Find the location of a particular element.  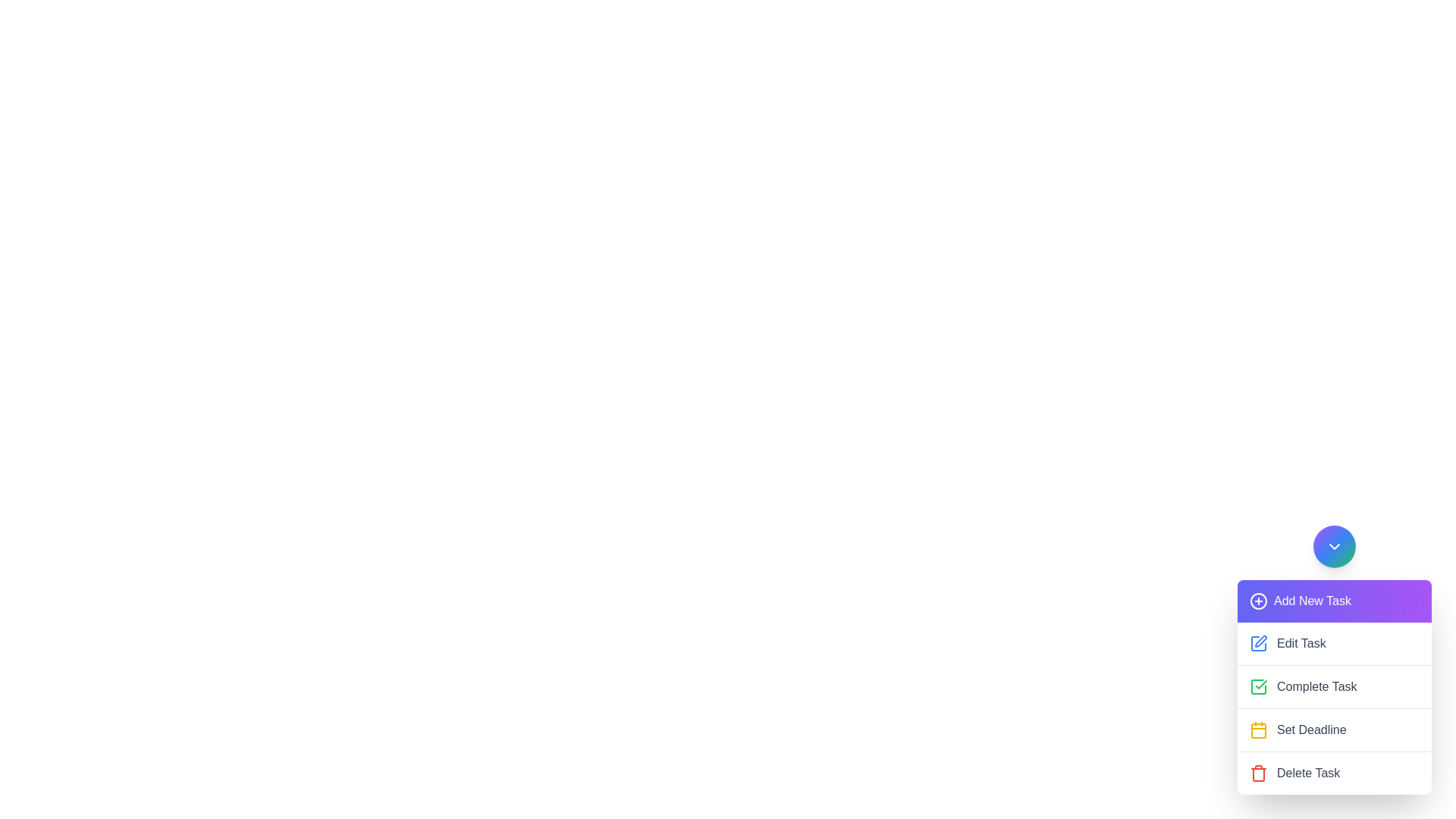

the second item in the vertical menu located in the bottom-right corner of the interface is located at coordinates (1335, 659).